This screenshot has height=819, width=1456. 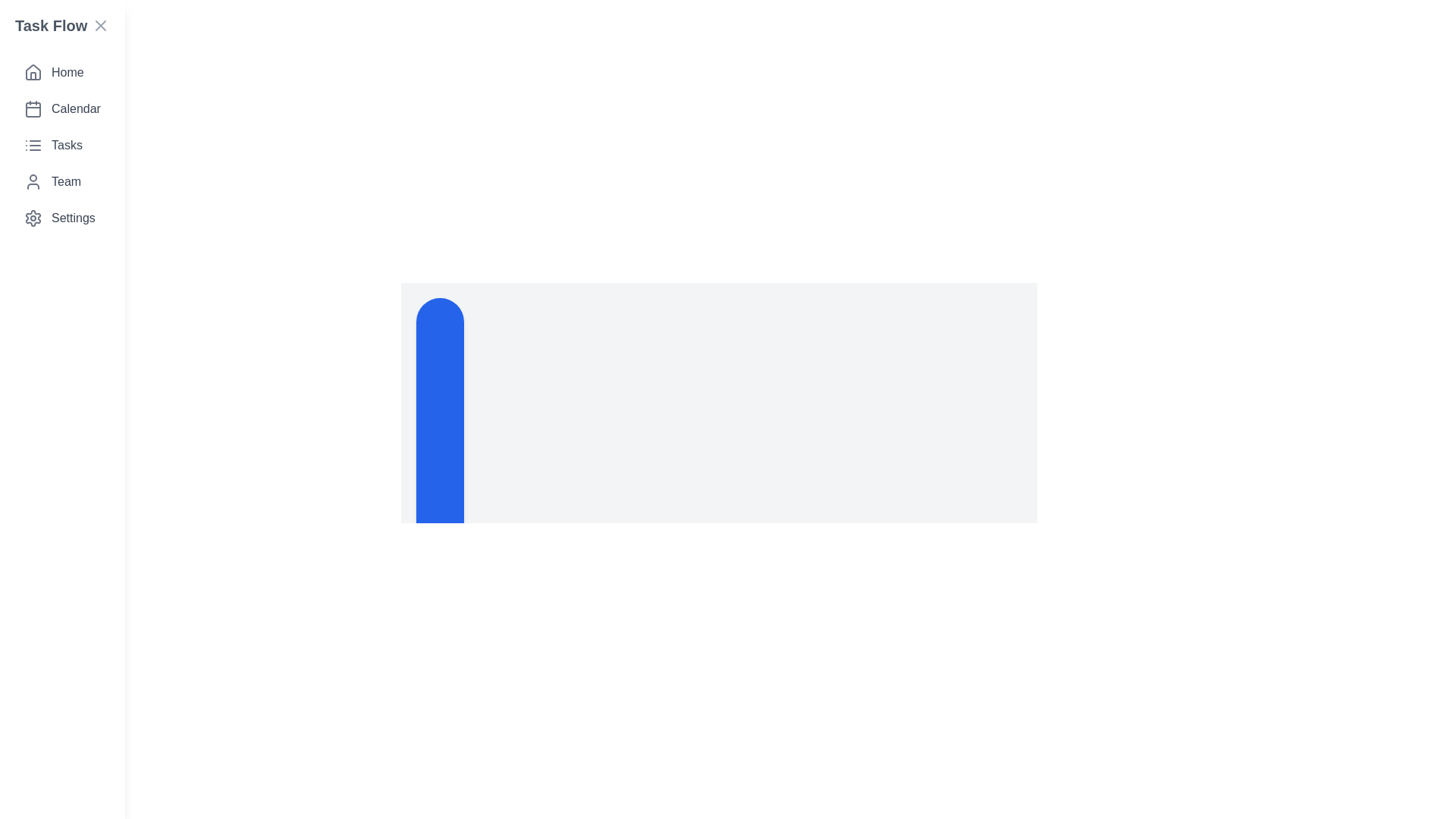 I want to click on the menu item corresponding to Team to navigate to that section, so click(x=61, y=180).